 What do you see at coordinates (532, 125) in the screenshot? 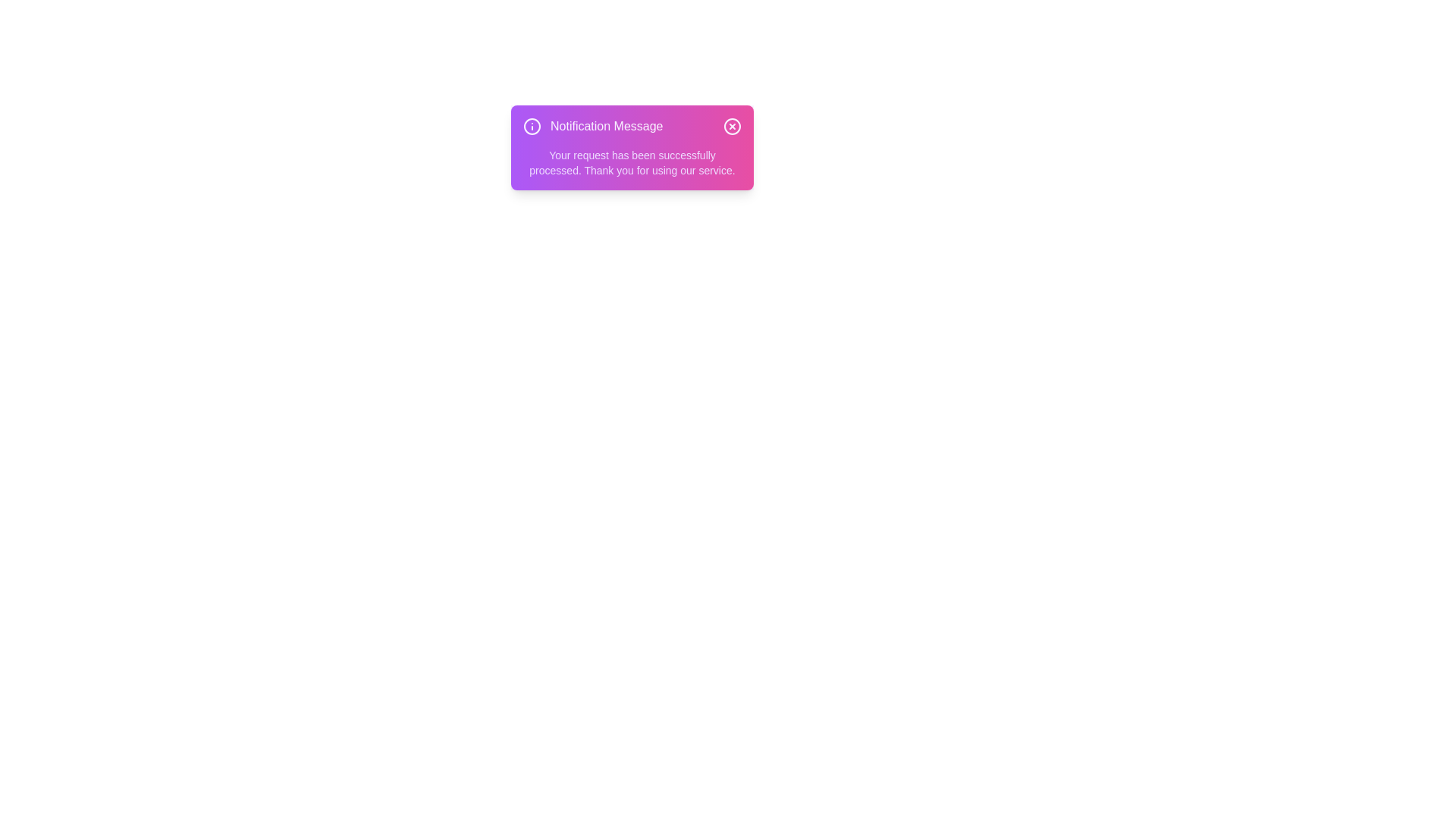
I see `the information icon located in the top-left corner of the notification box to get more information` at bounding box center [532, 125].